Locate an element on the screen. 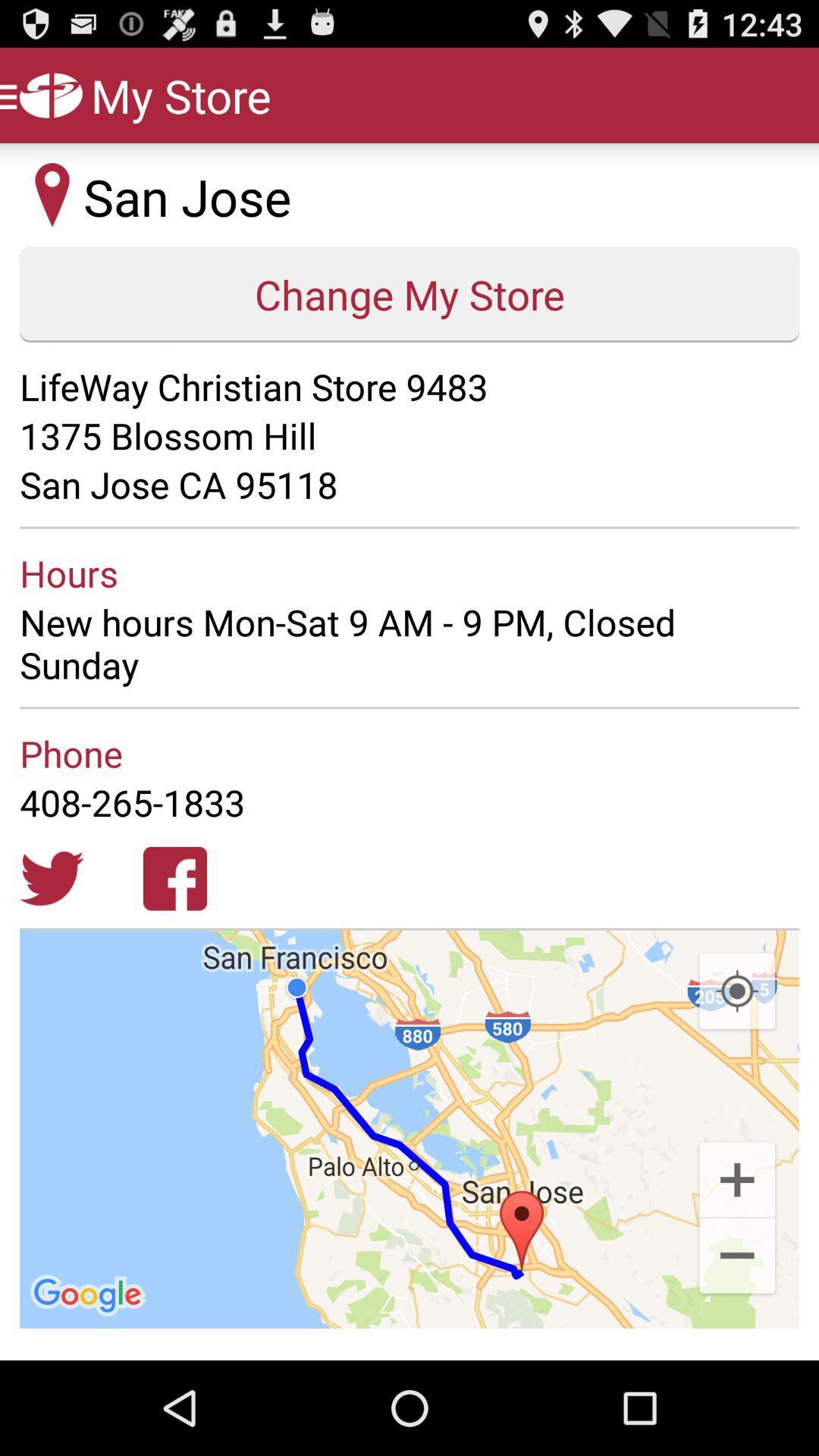 This screenshot has width=819, height=1456. the add icon is located at coordinates (736, 1261).